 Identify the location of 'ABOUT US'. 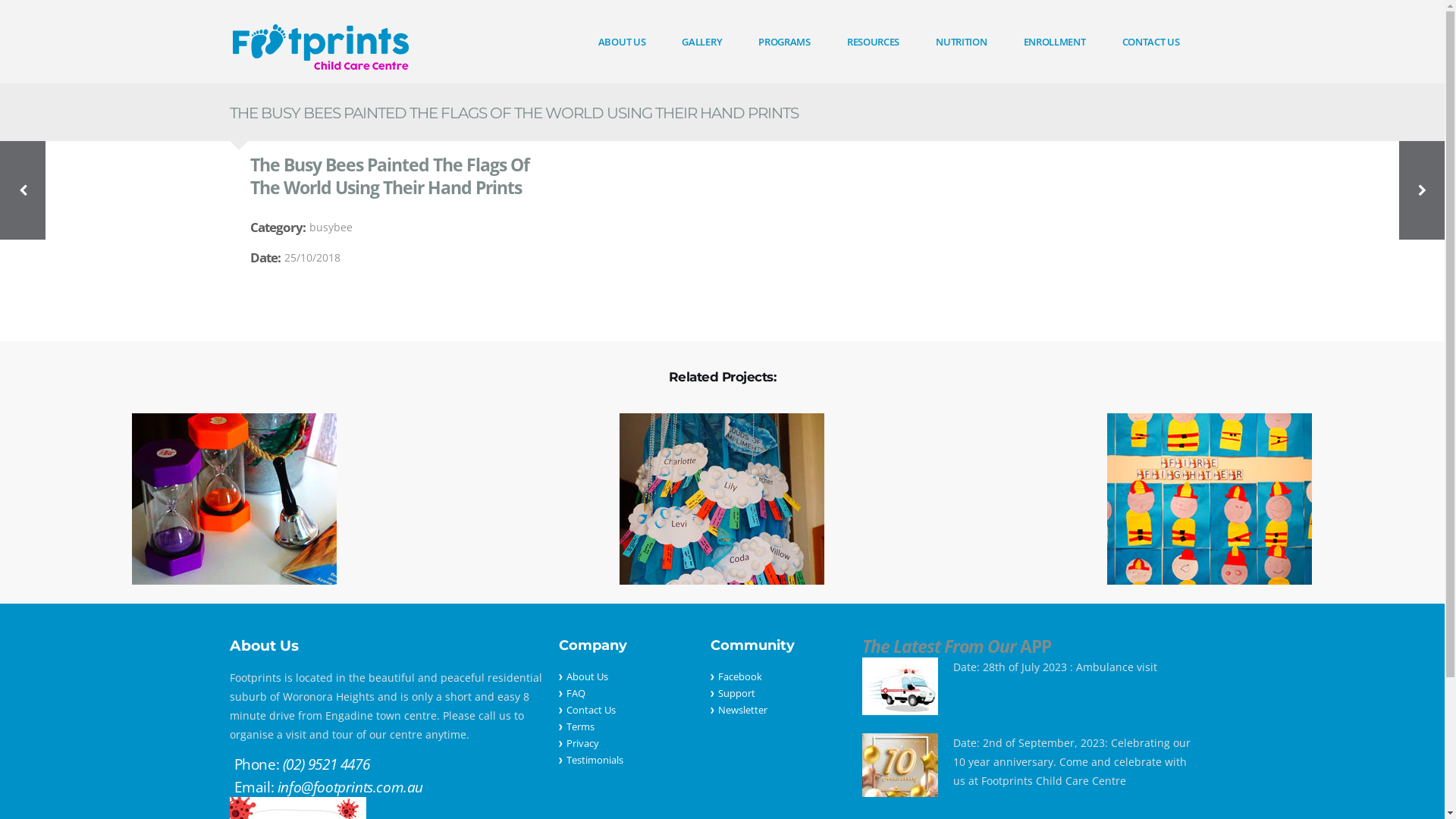
(622, 40).